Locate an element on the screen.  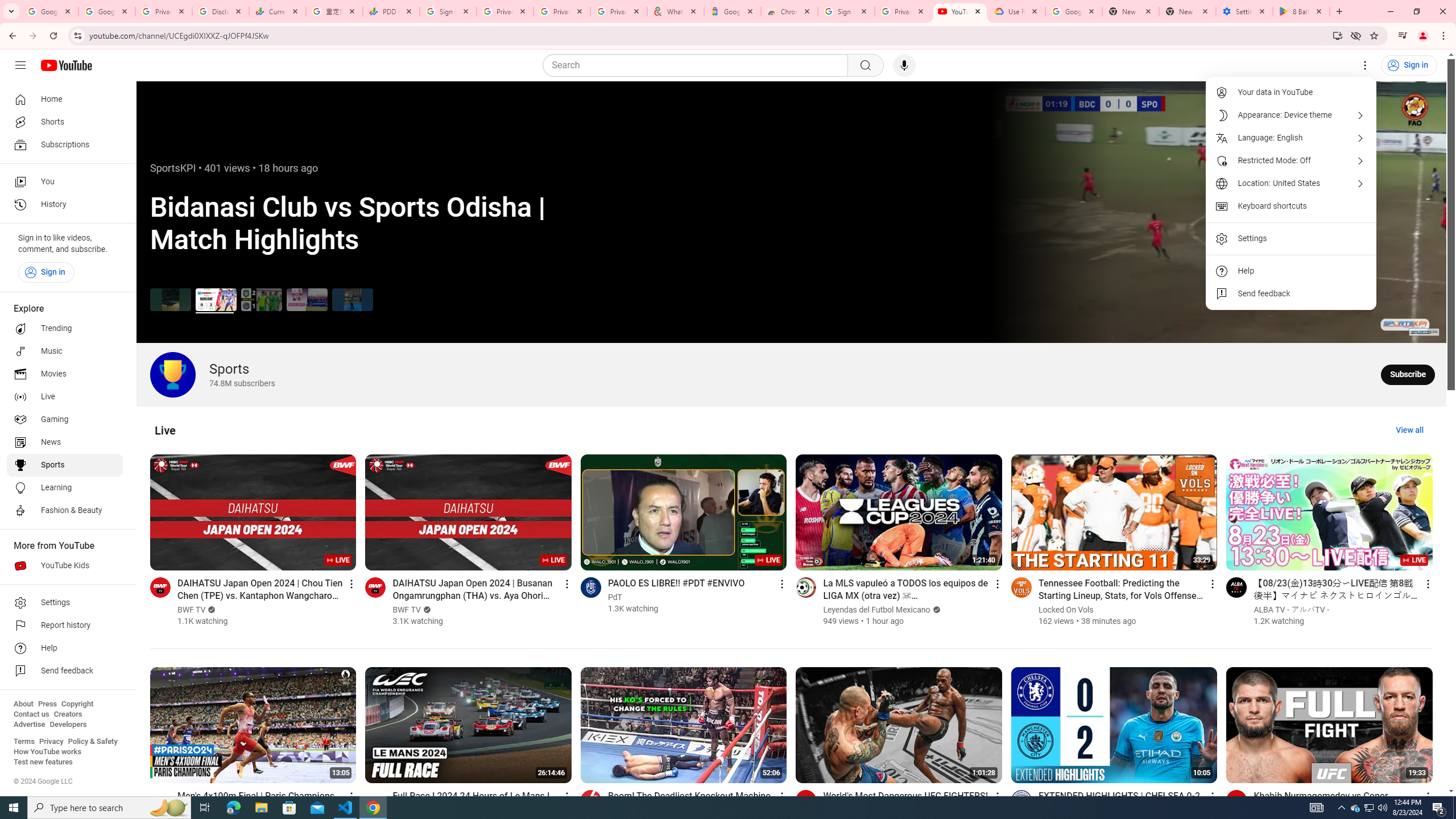
'Report history' is located at coordinates (64, 625).